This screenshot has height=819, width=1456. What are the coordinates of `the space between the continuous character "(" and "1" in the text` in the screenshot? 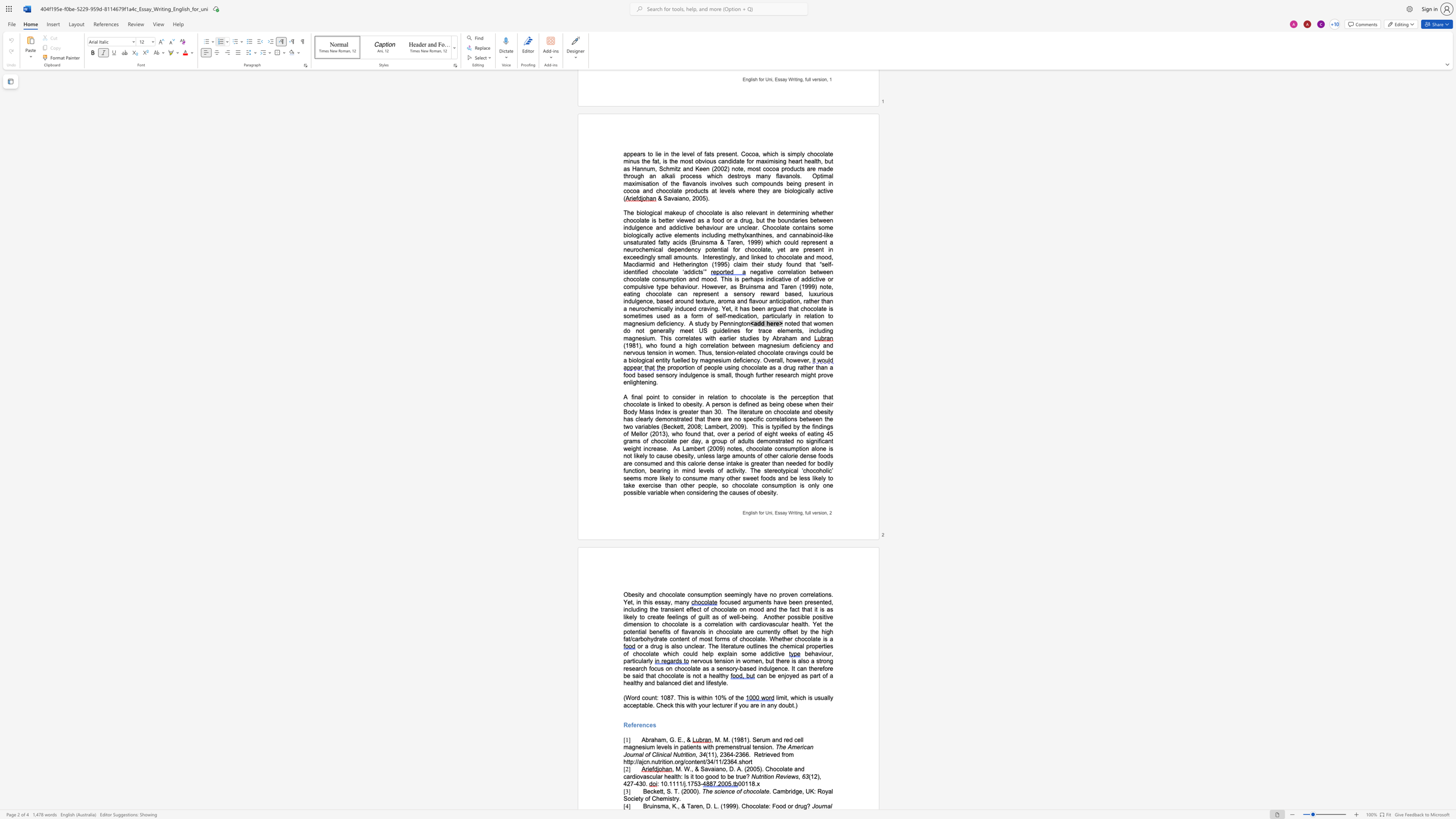 It's located at (722, 806).